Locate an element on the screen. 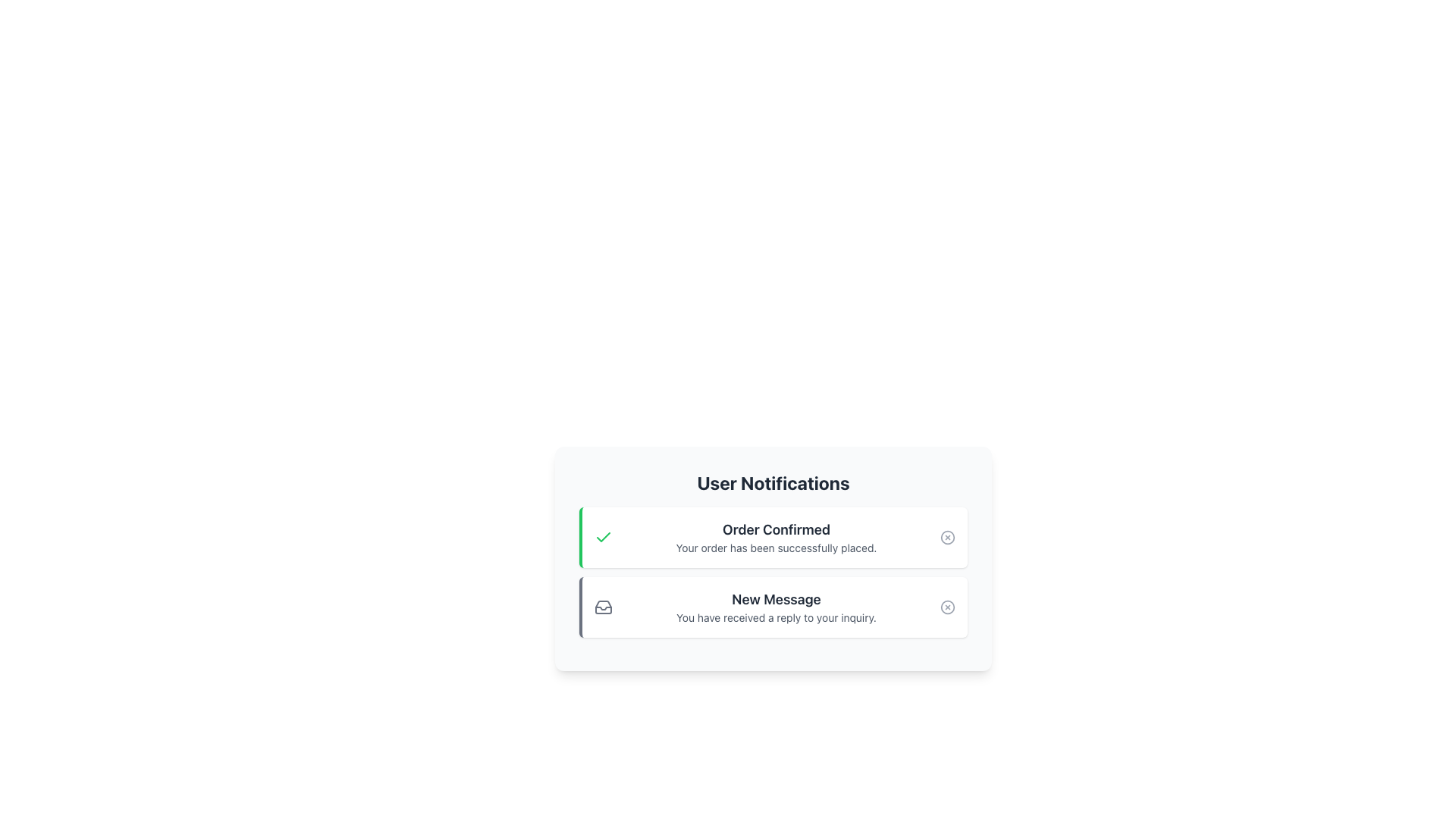 The image size is (1456, 819). text from the Text Block element that displays 'Order Confirmed' and 'Your order has been successfully placed.' is located at coordinates (776, 537).